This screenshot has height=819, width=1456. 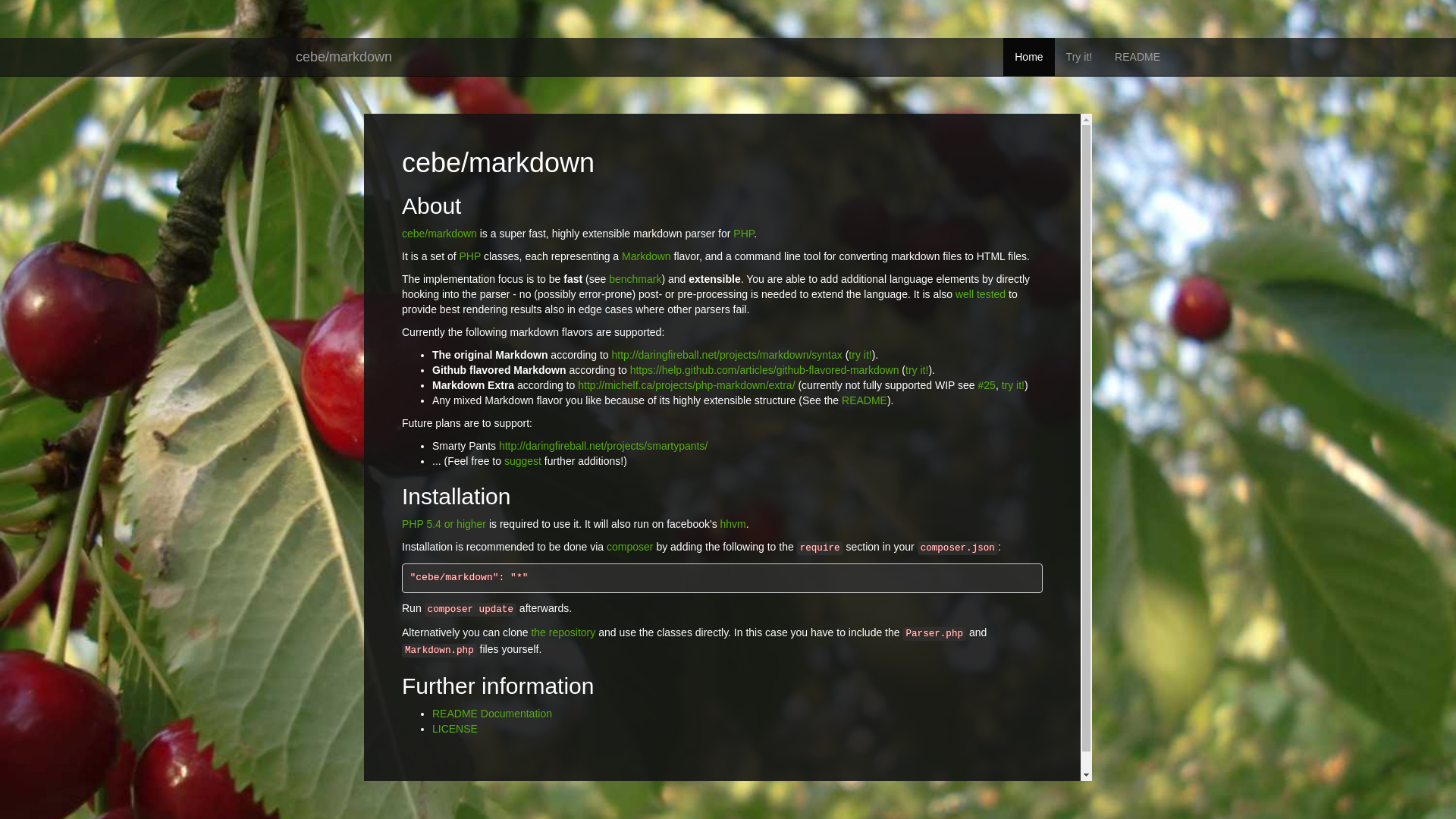 I want to click on 'cebe/markdown', so click(x=343, y=55).